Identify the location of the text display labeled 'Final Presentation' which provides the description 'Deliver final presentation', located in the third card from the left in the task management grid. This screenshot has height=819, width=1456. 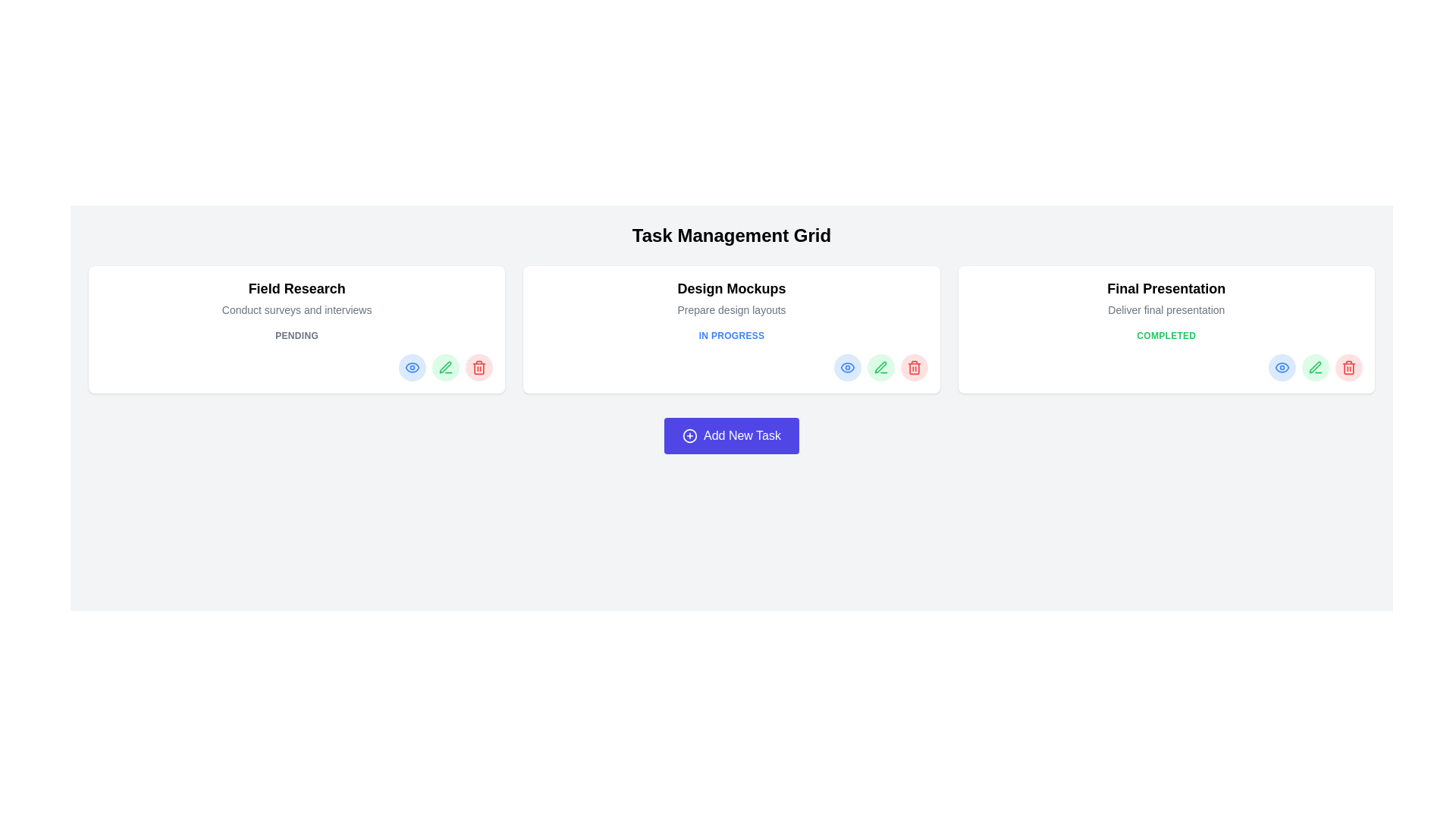
(1166, 298).